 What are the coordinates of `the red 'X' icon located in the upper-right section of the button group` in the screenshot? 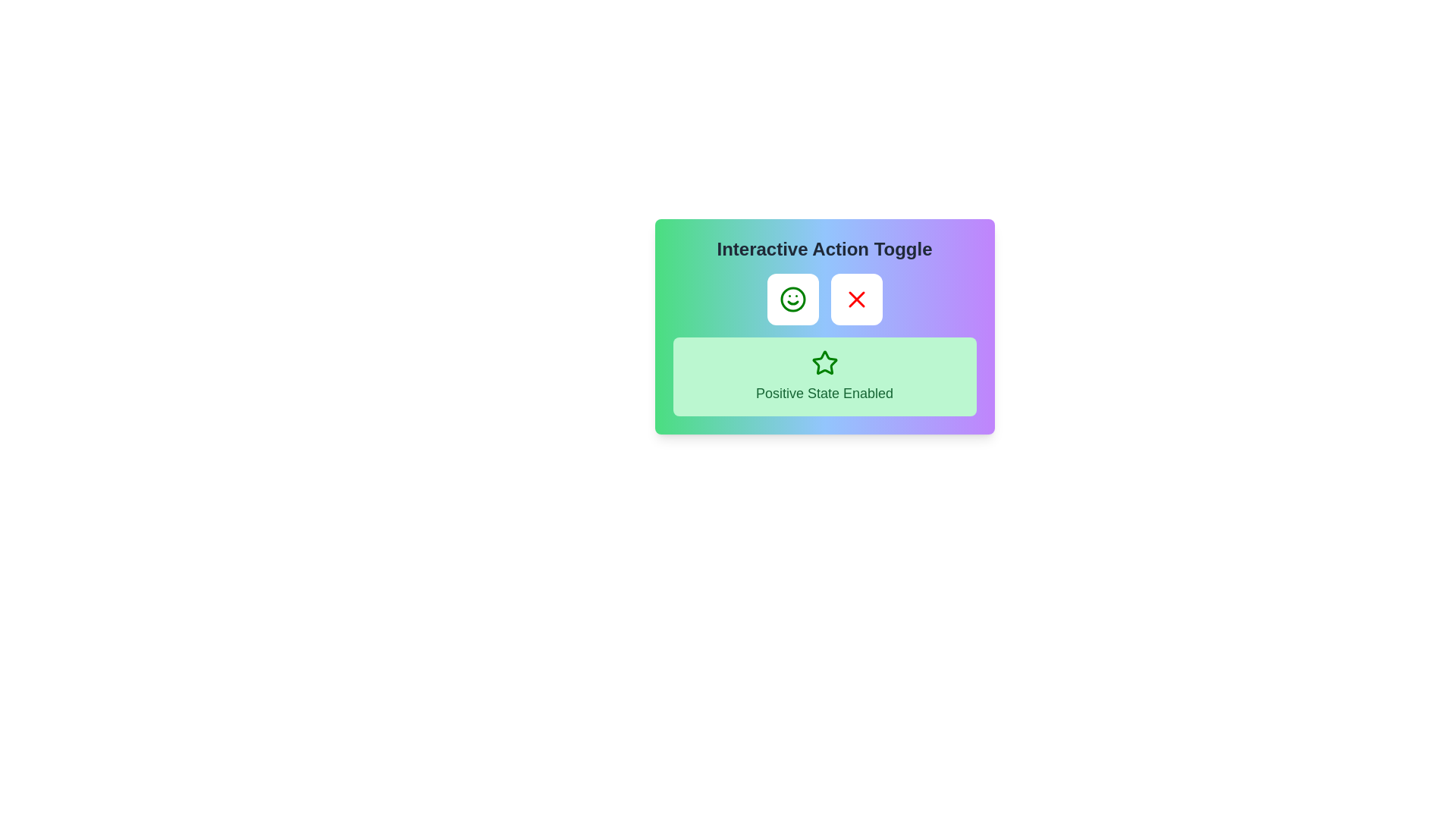 It's located at (856, 299).